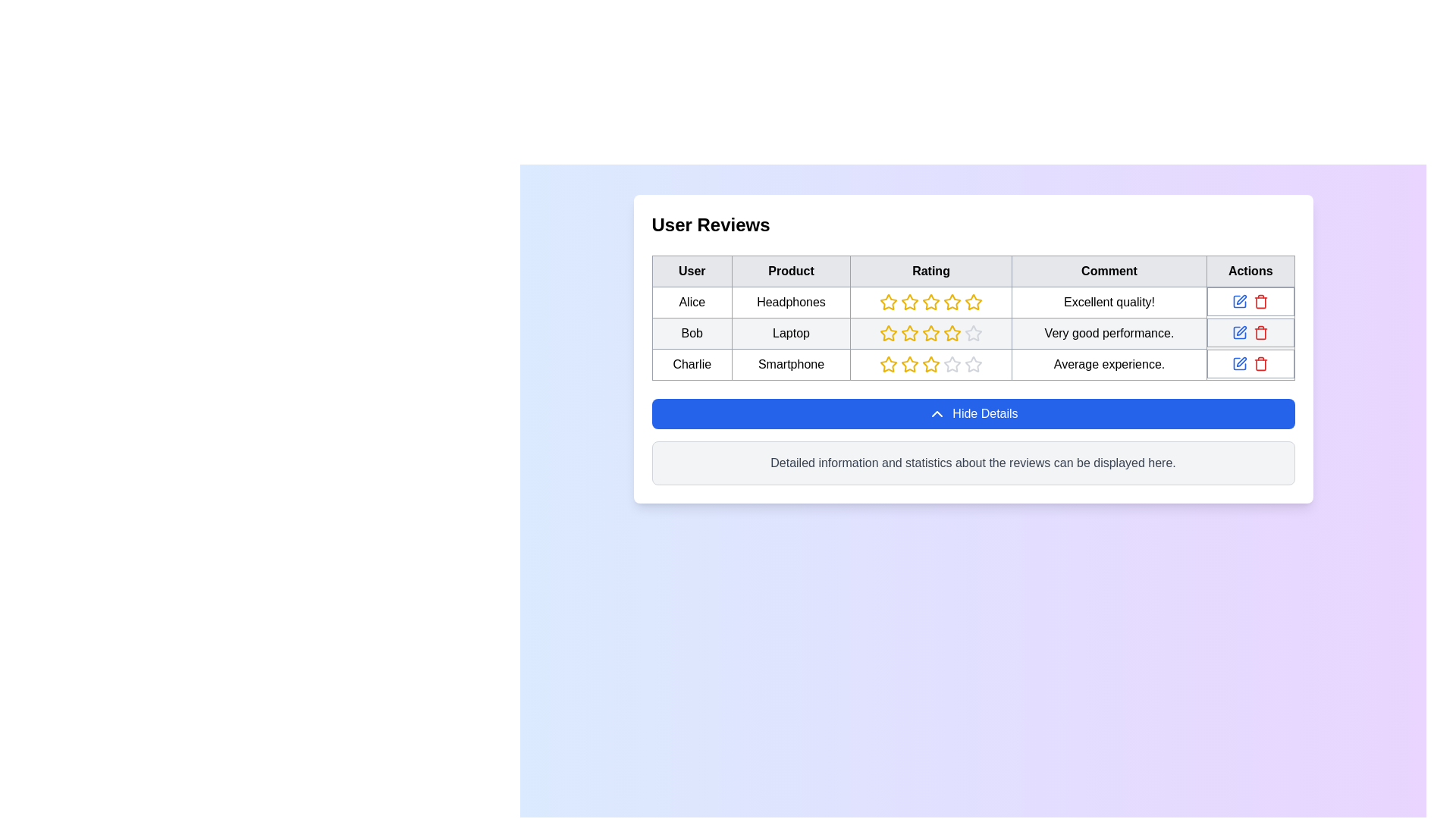 The height and width of the screenshot is (819, 1456). Describe the element at coordinates (790, 271) in the screenshot. I see `the 'Product' label, which is a rectangular button-like component with centered text and a gray border, positioned between the 'User' and 'Rating' components` at that location.